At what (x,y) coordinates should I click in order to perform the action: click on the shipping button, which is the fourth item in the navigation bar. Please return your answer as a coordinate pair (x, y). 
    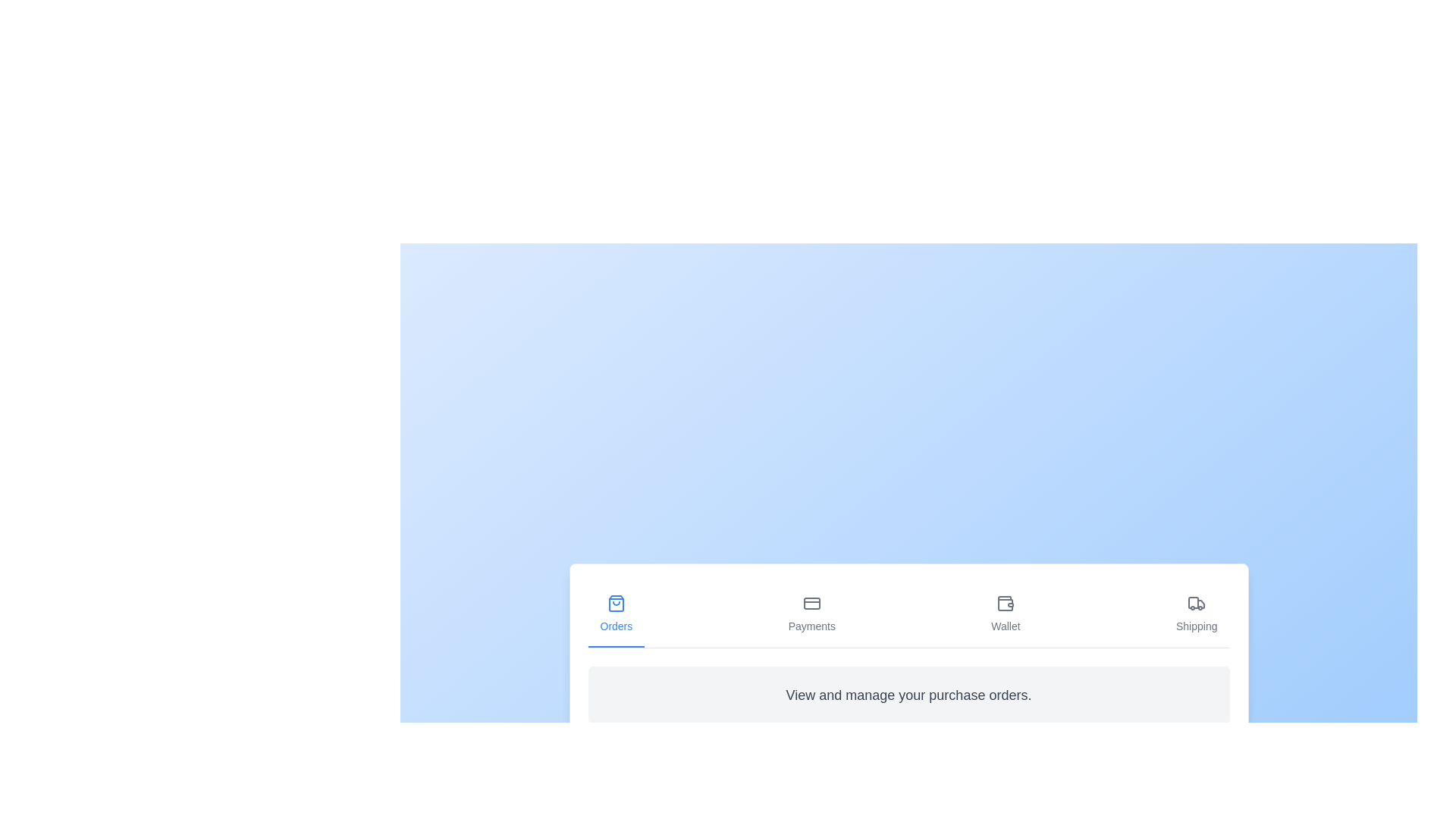
    Looking at the image, I should click on (1196, 614).